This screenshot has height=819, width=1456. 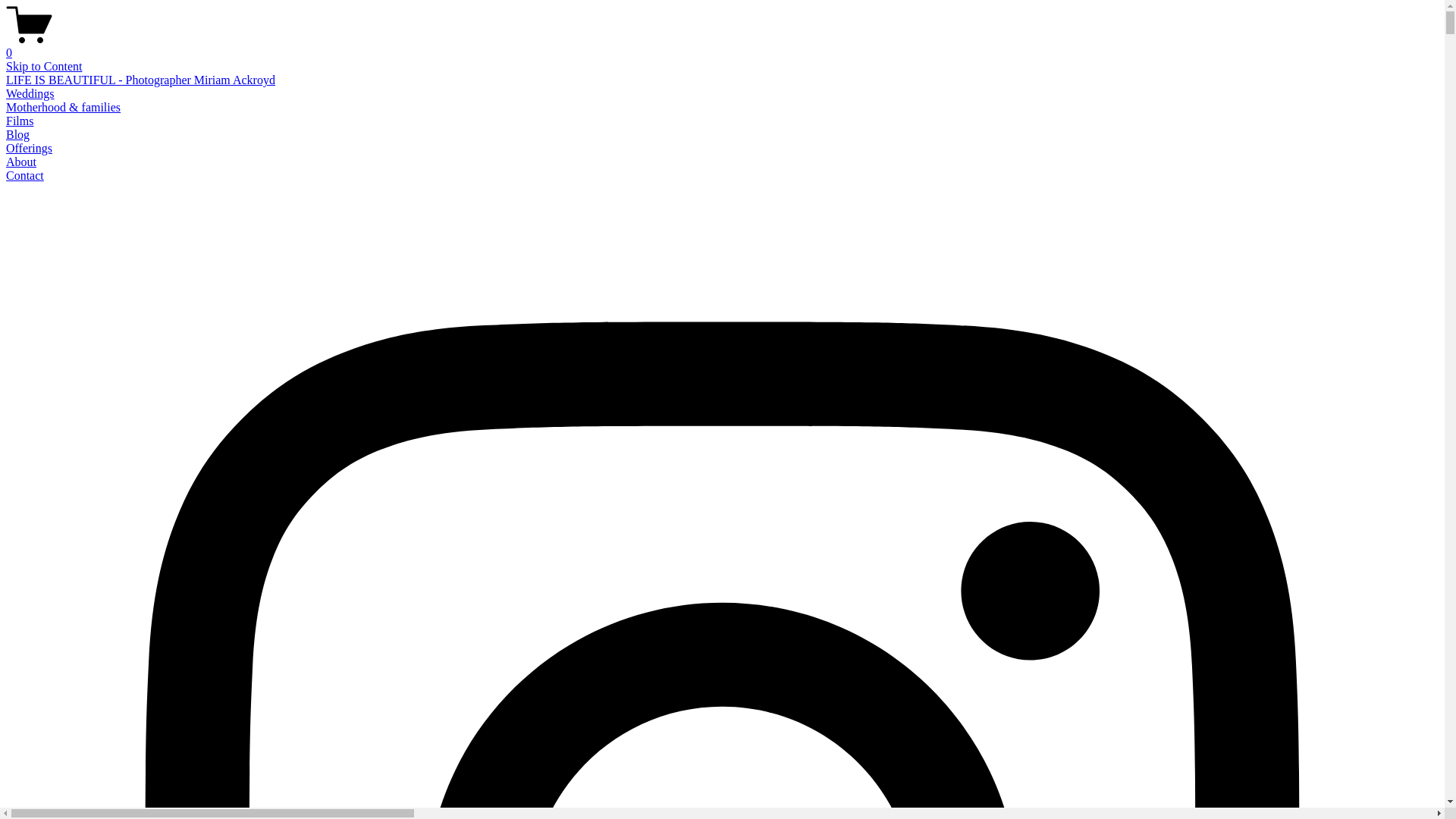 What do you see at coordinates (21, 162) in the screenshot?
I see `'About'` at bounding box center [21, 162].